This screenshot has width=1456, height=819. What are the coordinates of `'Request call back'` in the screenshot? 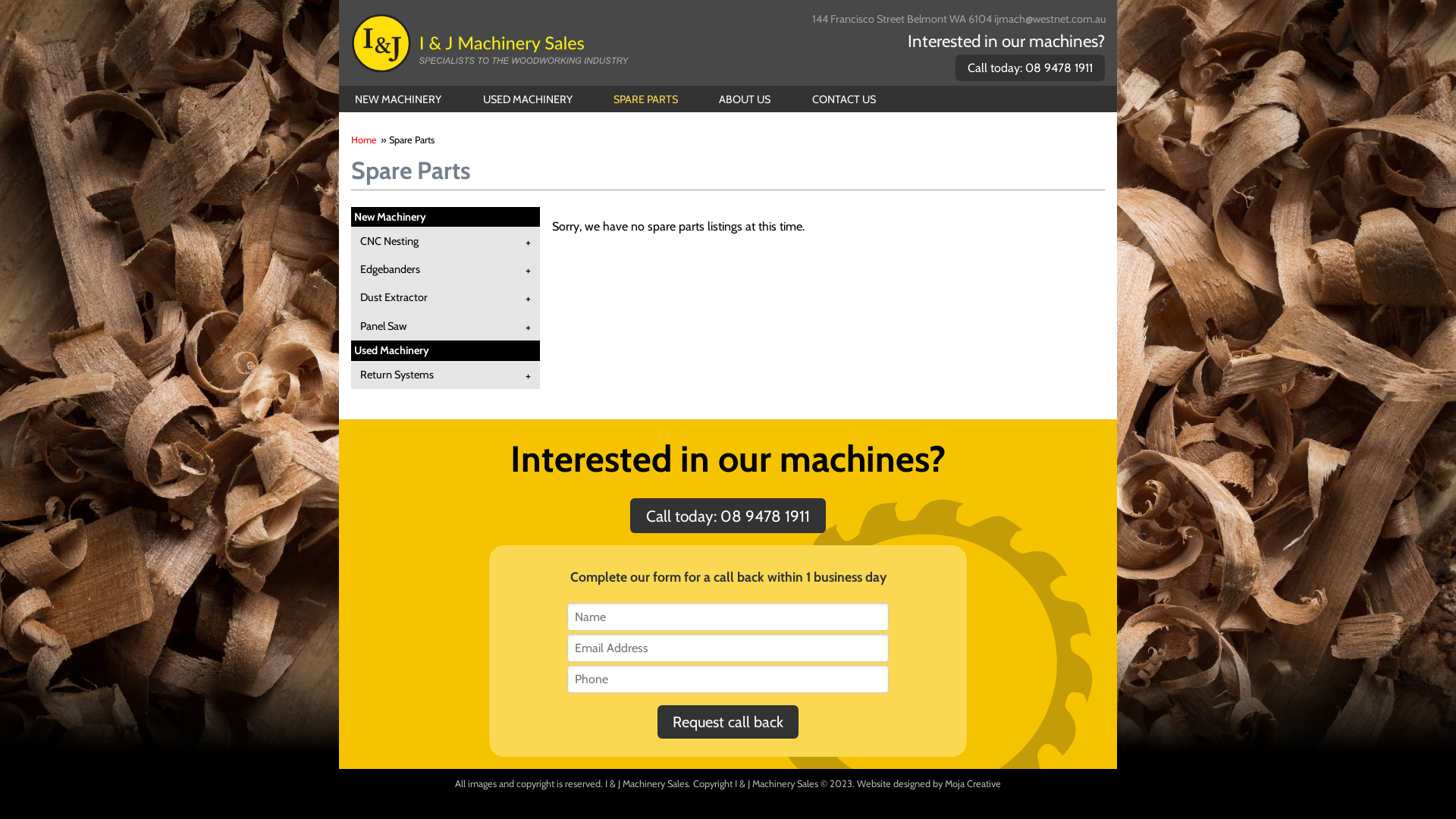 It's located at (728, 721).